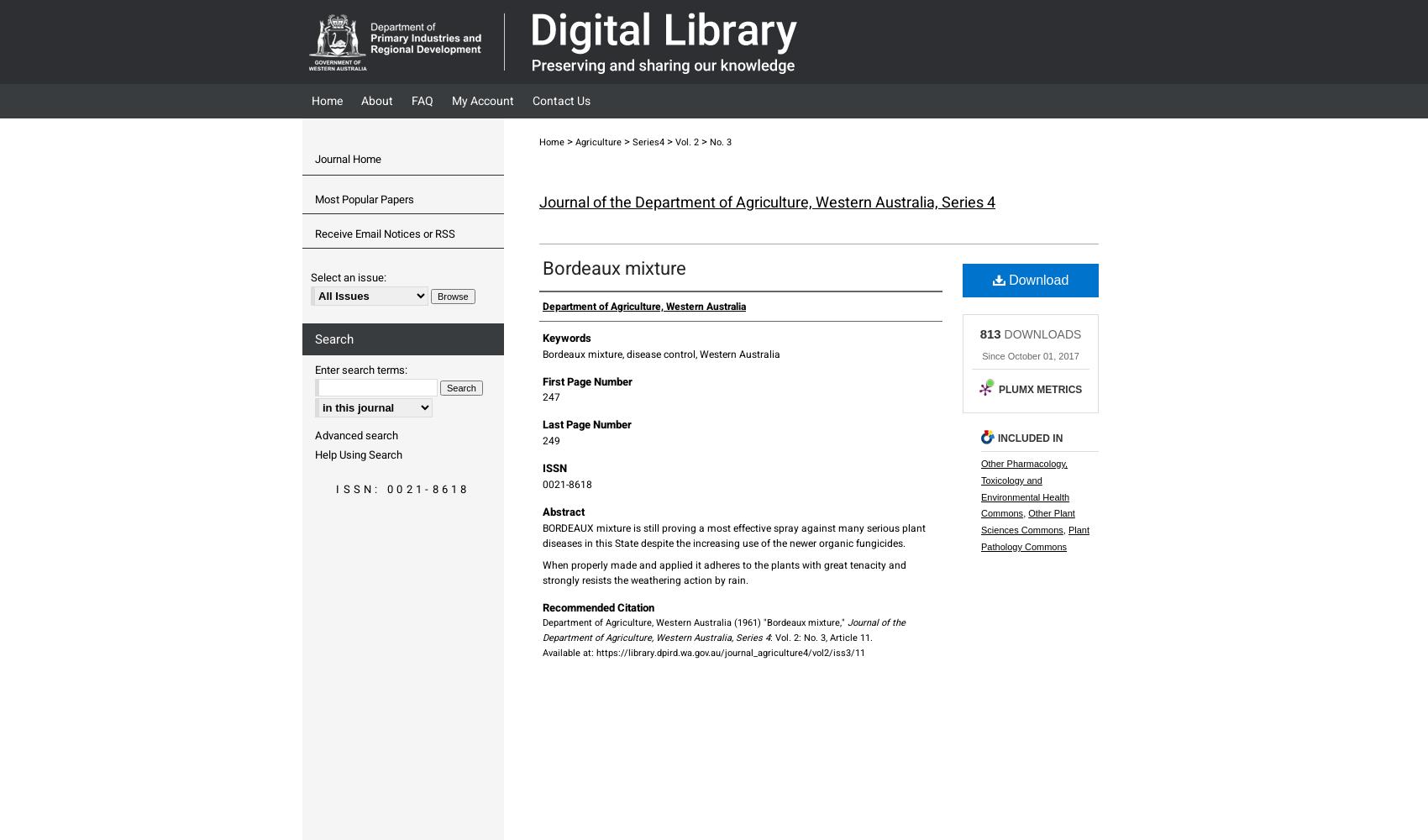 The width and height of the screenshot is (1428, 840). I want to click on '247', so click(551, 396).